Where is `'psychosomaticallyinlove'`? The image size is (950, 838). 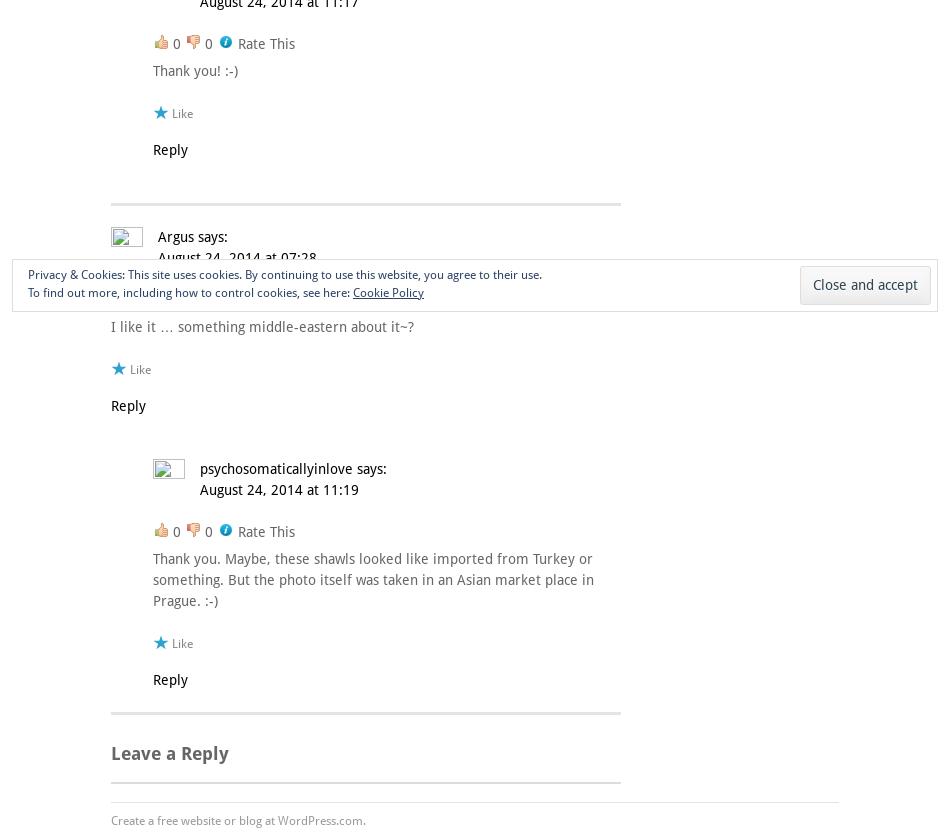 'psychosomaticallyinlove' is located at coordinates (199, 468).